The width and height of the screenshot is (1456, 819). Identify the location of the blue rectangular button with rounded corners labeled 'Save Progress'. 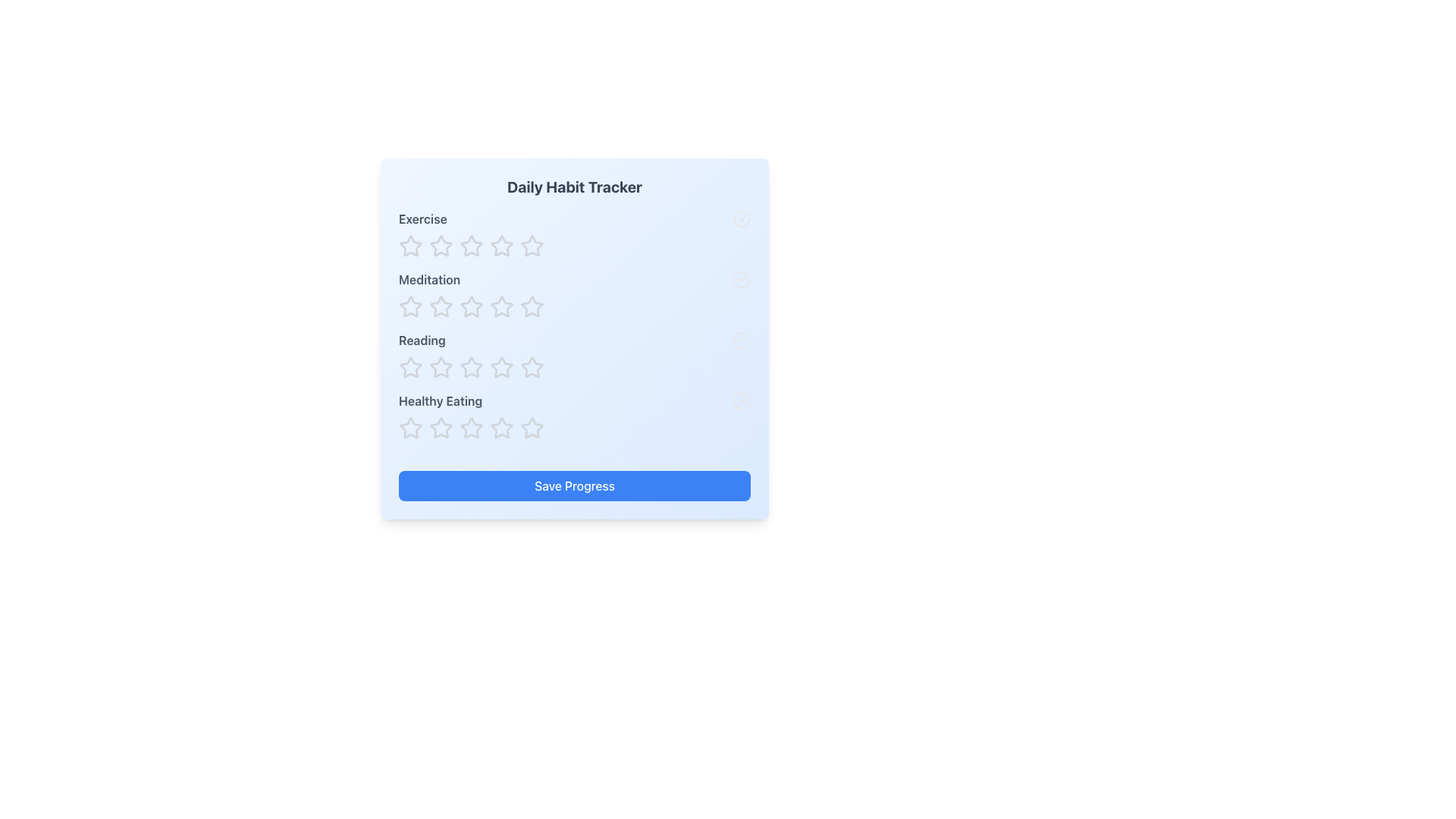
(574, 485).